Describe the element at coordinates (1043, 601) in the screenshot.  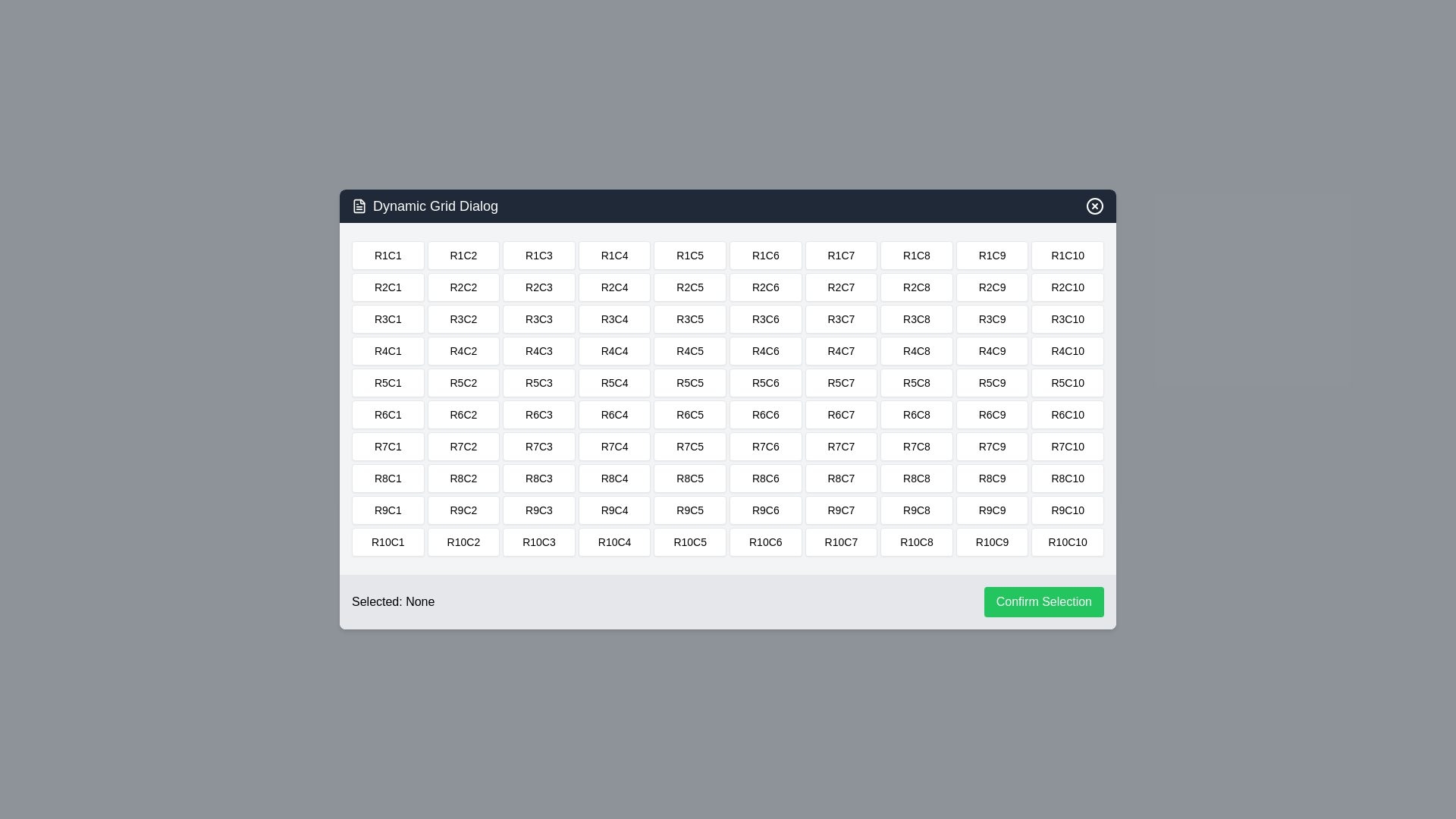
I see `'Confirm Selection' button to confirm the selected cell` at that location.